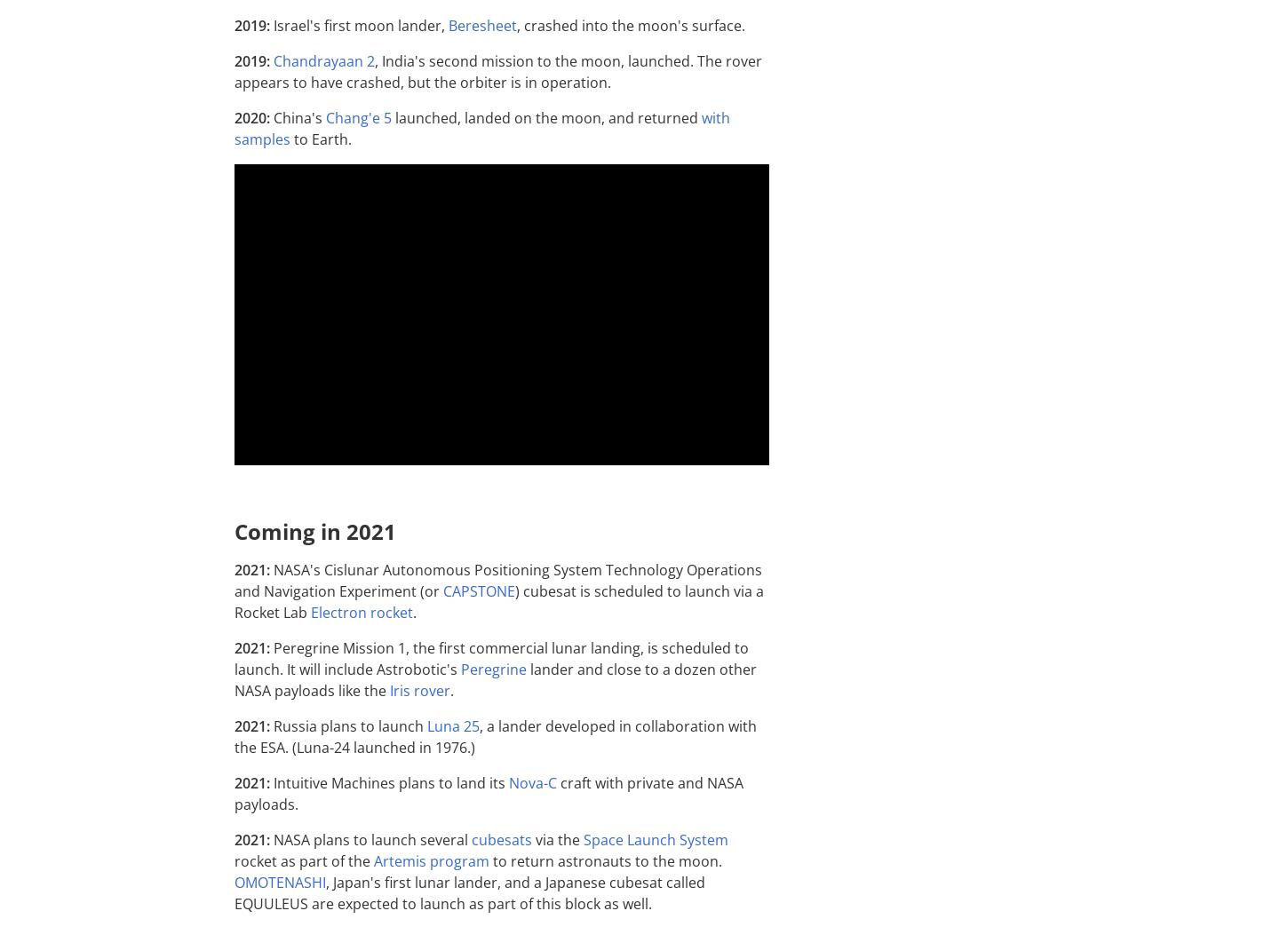  What do you see at coordinates (489, 793) in the screenshot?
I see `'craft with private and NASA payloads.'` at bounding box center [489, 793].